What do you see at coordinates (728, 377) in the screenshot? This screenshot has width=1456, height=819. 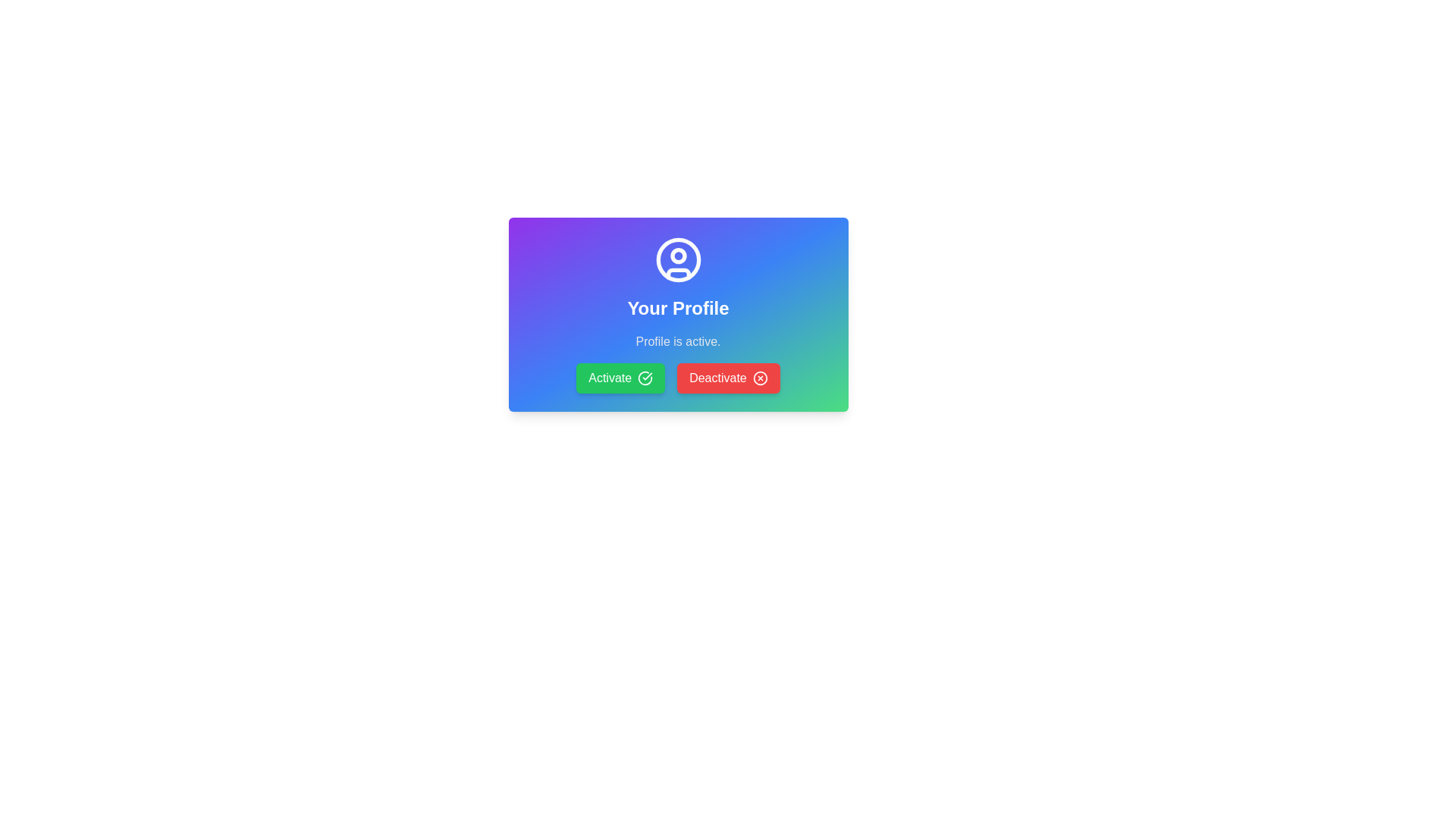 I see `the red 'Deactivate' button with white text and an 'X' icon` at bounding box center [728, 377].